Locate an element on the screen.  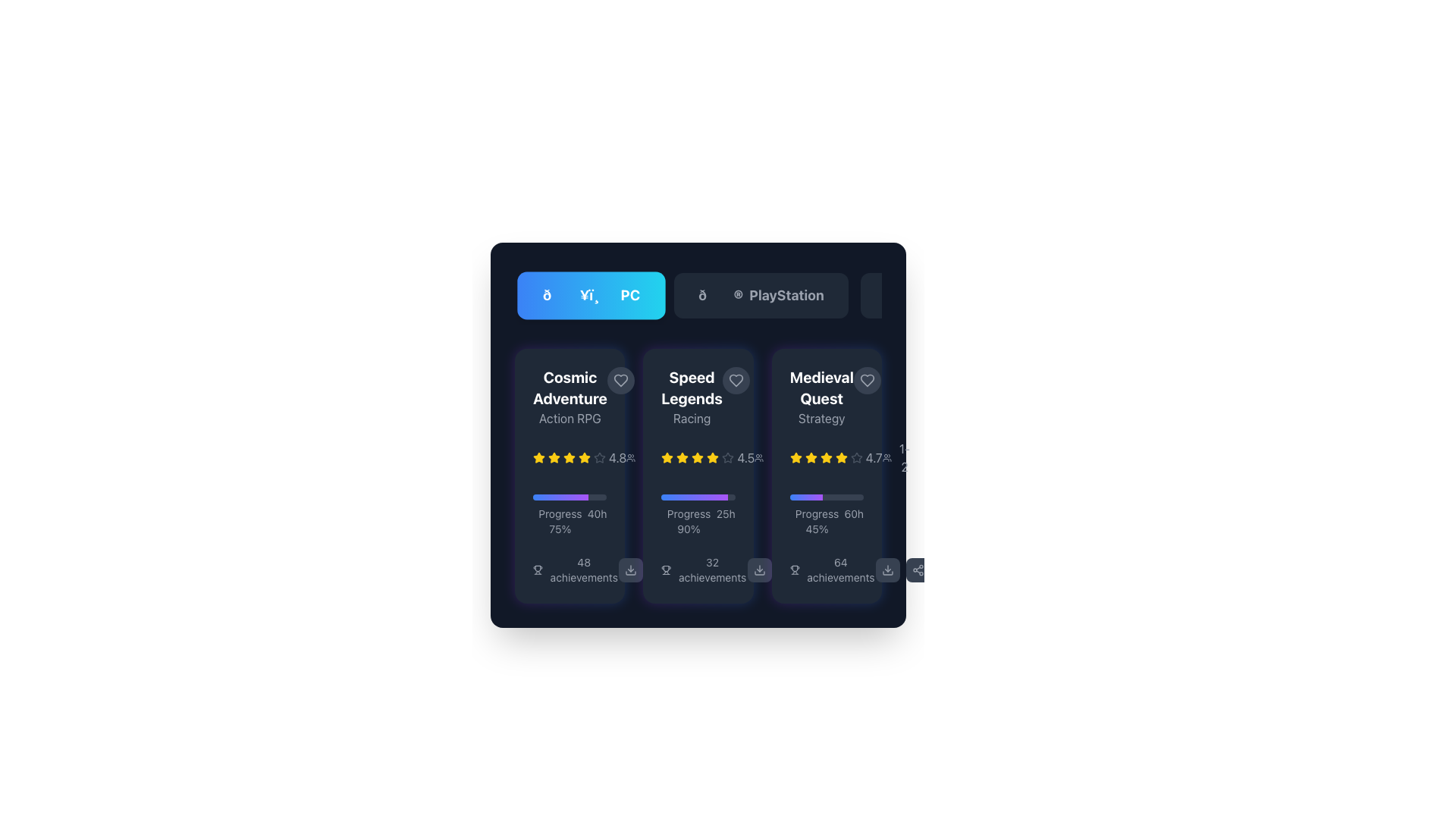
the download button located at the bottom-right corner of the 'Medieval Quest' card is located at coordinates (887, 570).